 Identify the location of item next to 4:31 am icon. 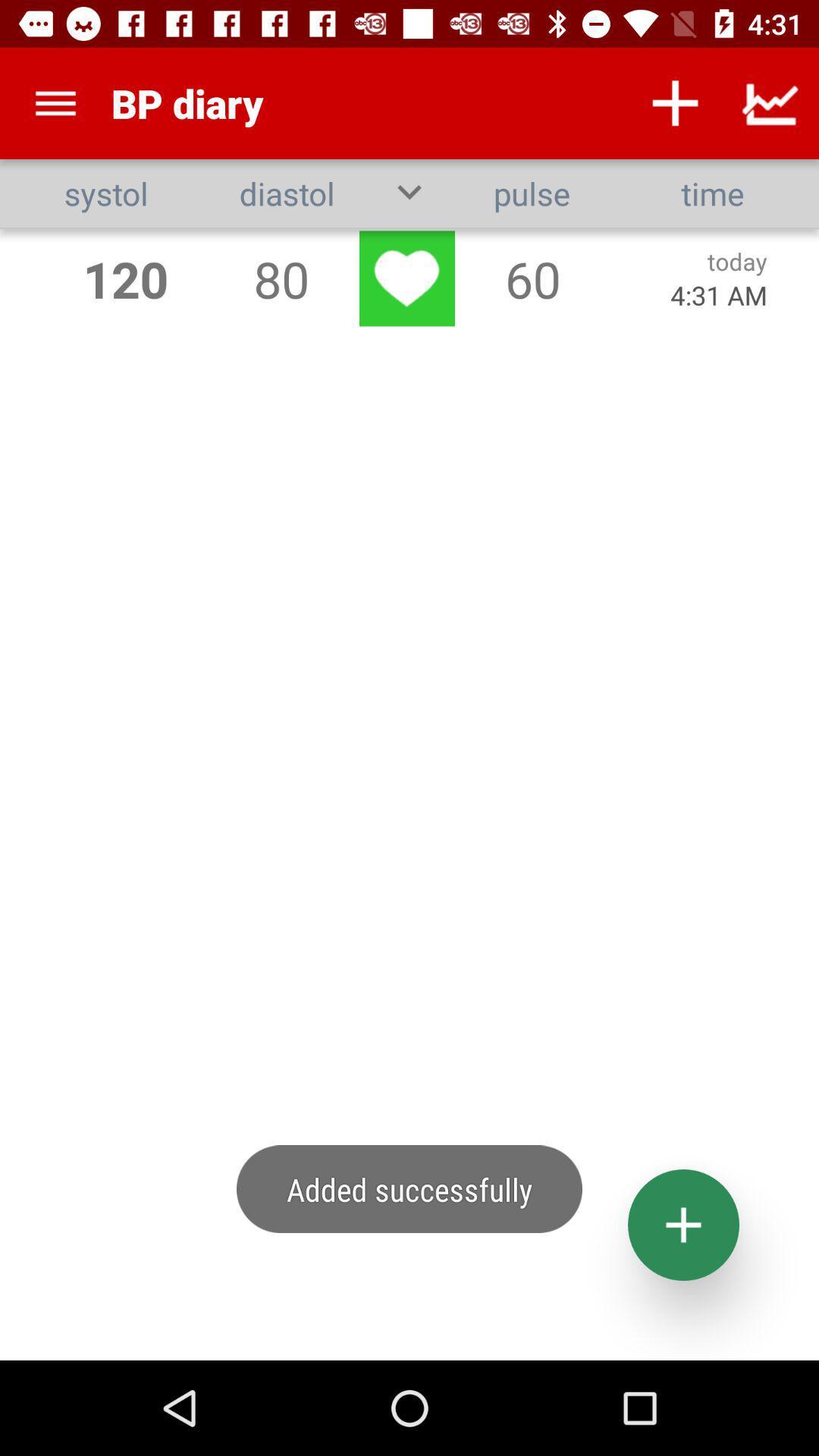
(532, 278).